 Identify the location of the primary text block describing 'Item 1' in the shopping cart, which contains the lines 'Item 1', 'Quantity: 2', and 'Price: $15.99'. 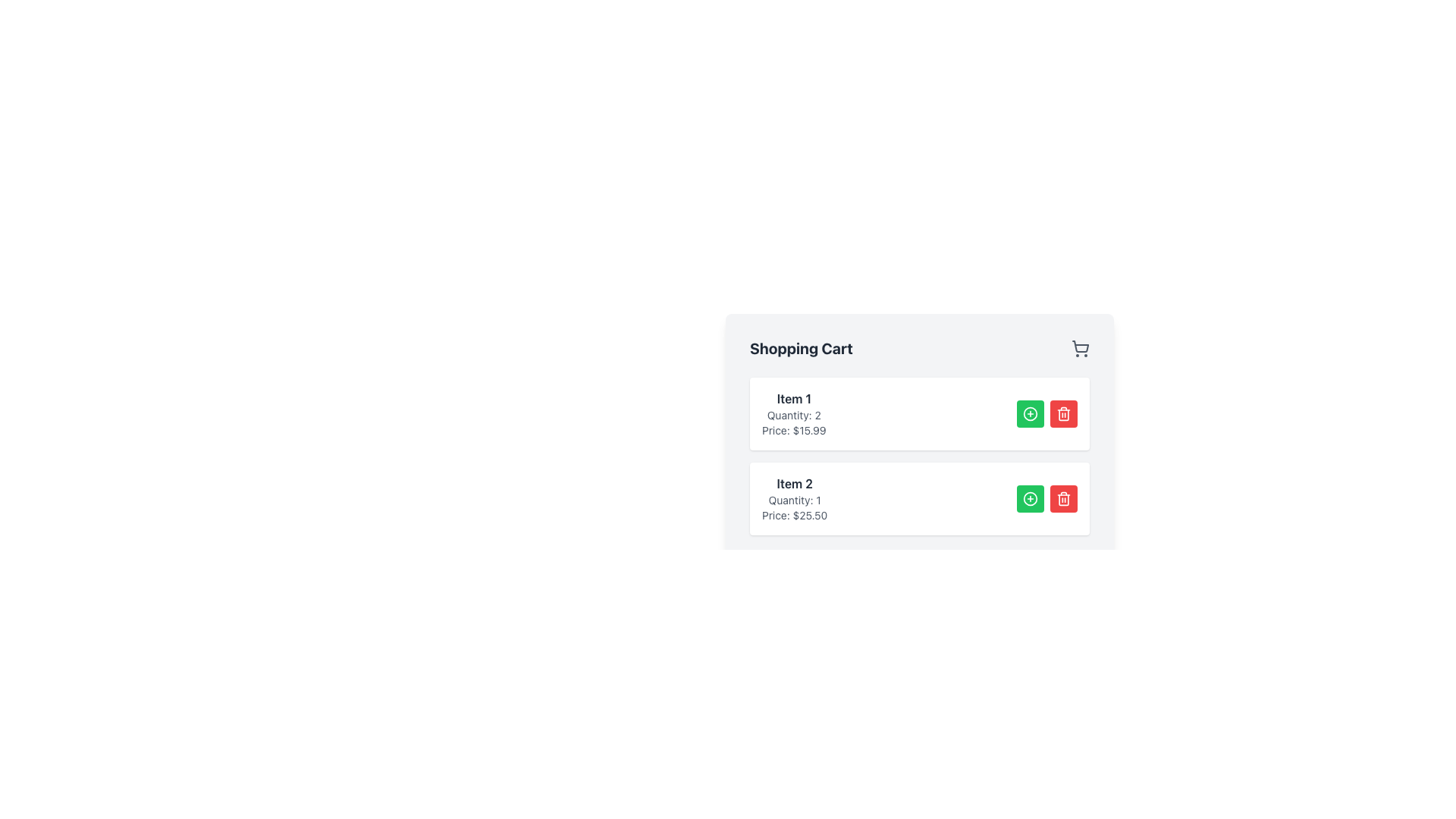
(793, 414).